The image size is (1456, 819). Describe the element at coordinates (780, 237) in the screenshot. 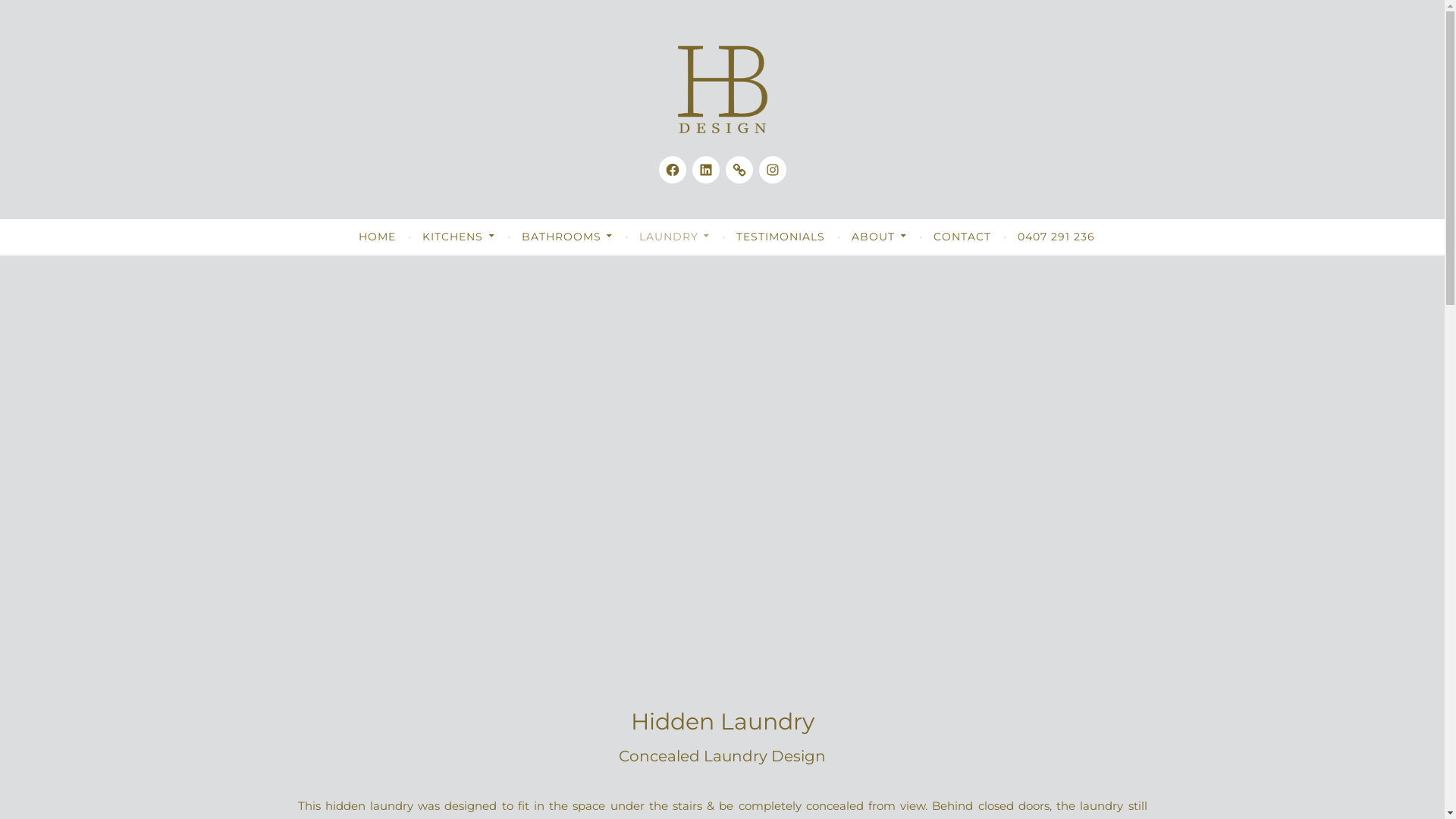

I see `'TESTIMONIALS'` at that location.